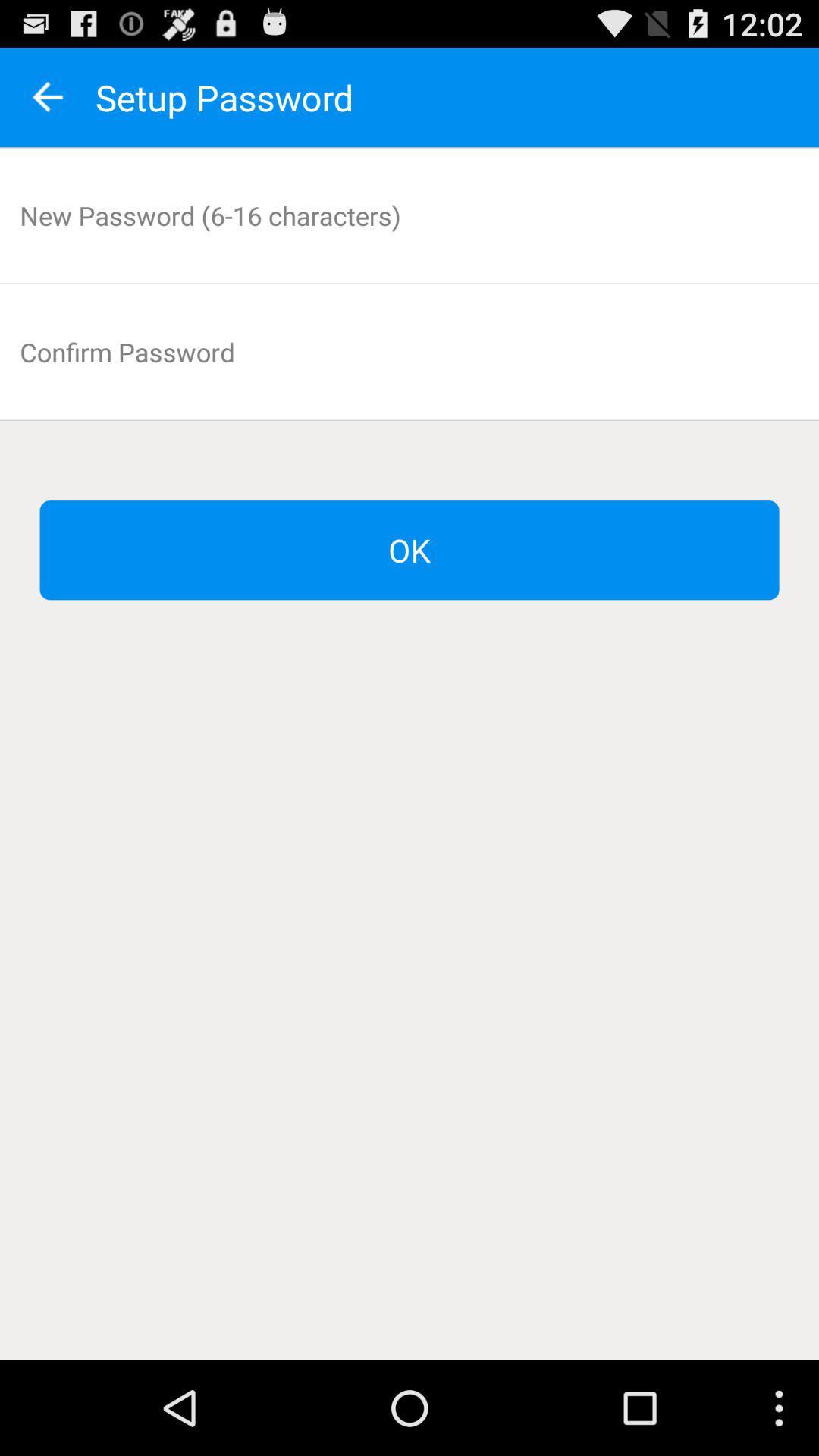 The width and height of the screenshot is (819, 1456). I want to click on the ok item, so click(409, 549).